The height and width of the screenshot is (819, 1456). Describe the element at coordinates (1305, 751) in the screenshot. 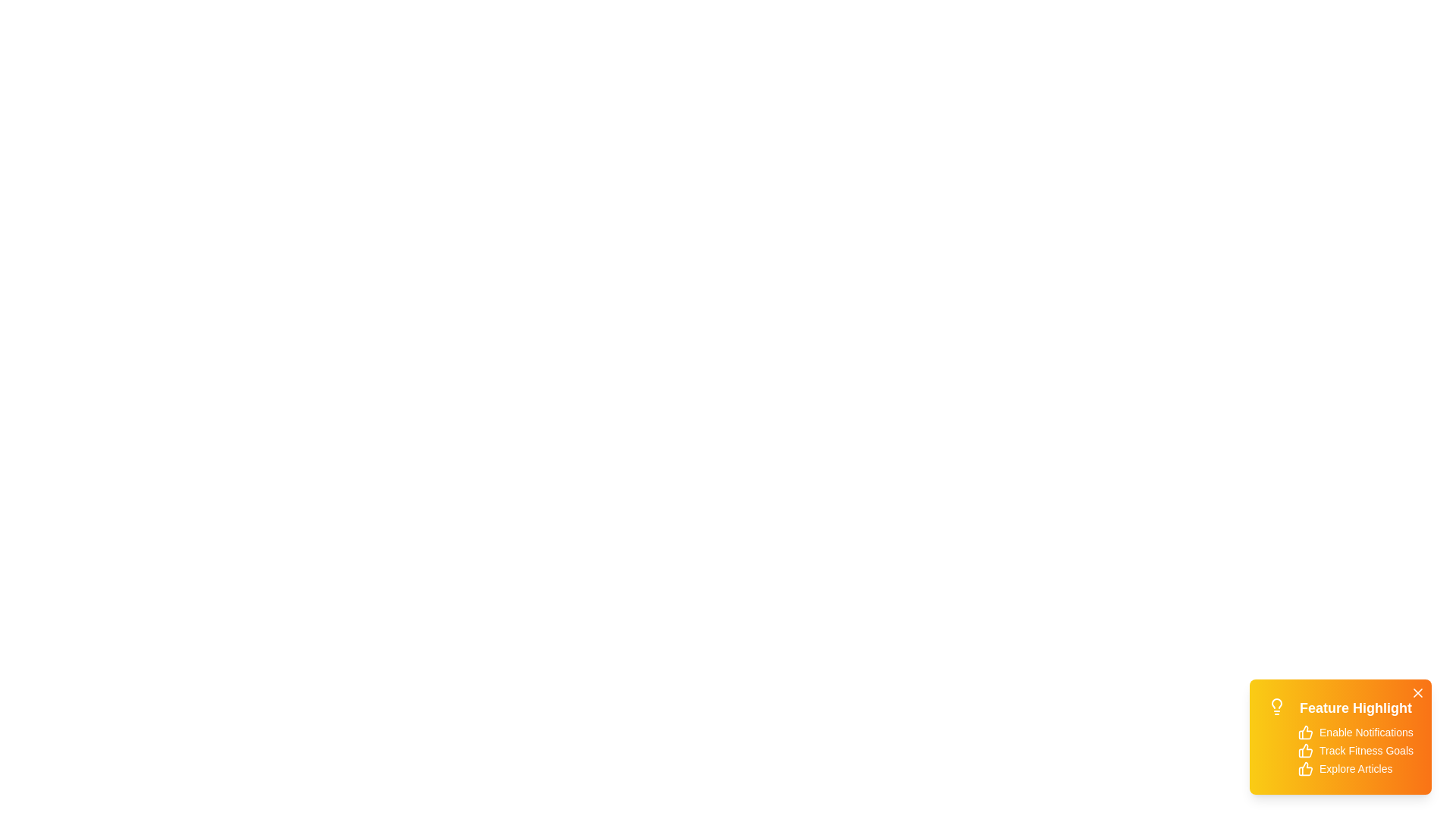

I see `the suggestion Track Fitness Goals to view its tooltip or effect` at that location.